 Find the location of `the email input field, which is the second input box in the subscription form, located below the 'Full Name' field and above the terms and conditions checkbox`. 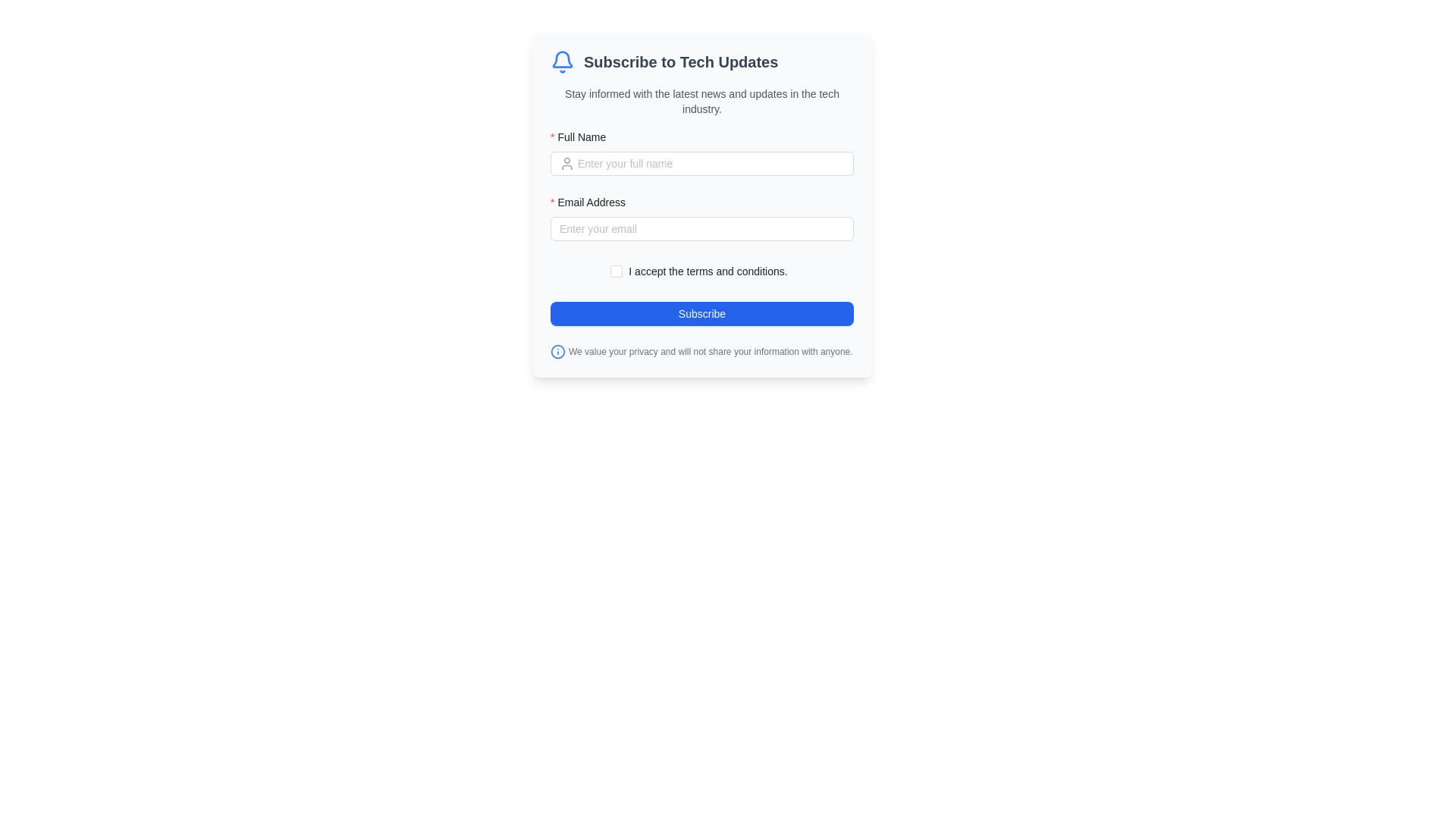

the email input field, which is the second input box in the subscription form, located below the 'Full Name' field and above the terms and conditions checkbox is located at coordinates (701, 217).